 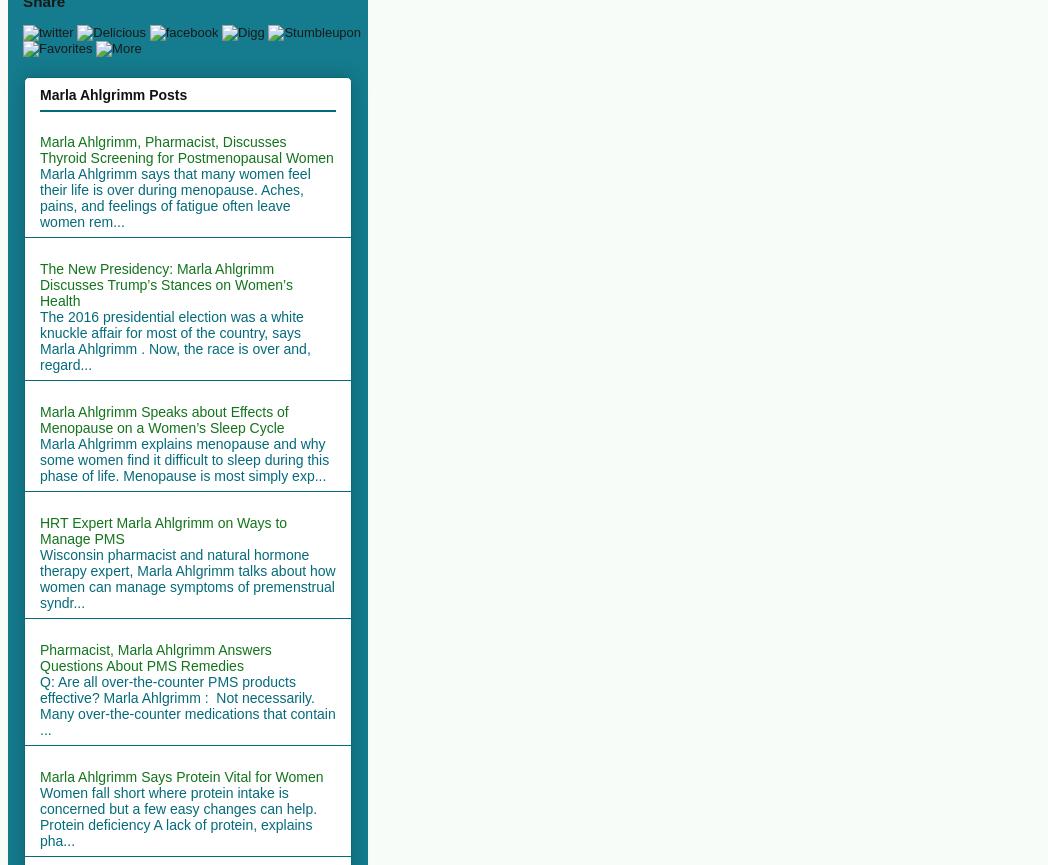 I want to click on 'Pharmacist, Marla Ahlgrimm Answers Questions About PMS Remedies', so click(x=39, y=656).